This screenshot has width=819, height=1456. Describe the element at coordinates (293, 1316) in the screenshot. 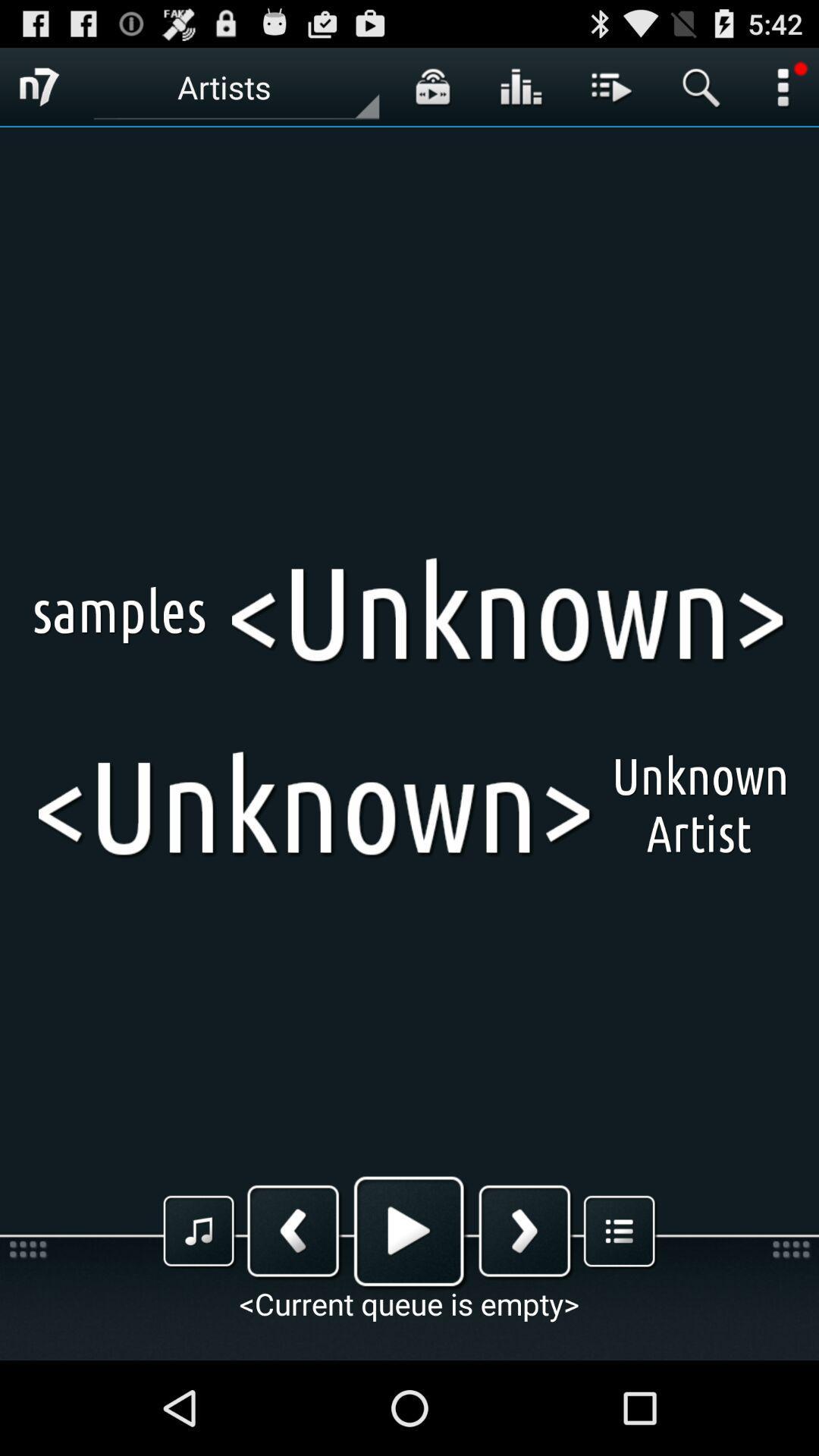

I see `the arrow_backward icon` at that location.